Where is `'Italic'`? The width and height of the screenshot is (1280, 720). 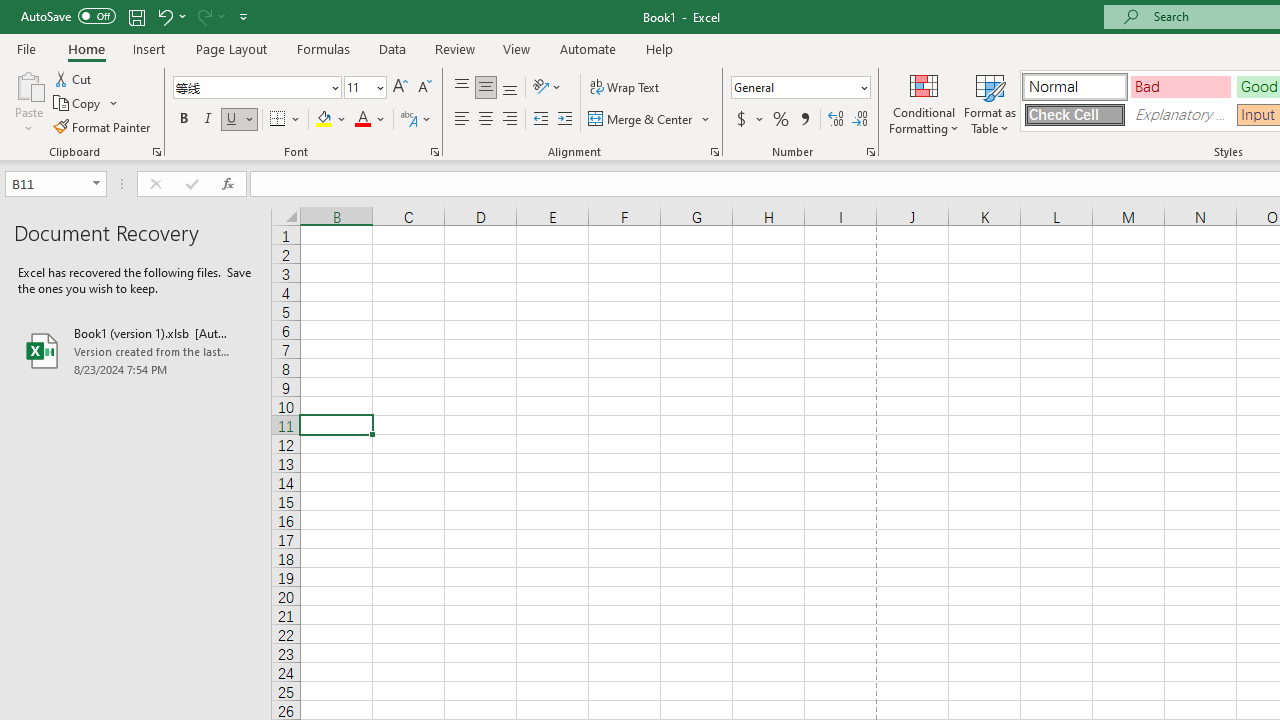
'Italic' is located at coordinates (208, 119).